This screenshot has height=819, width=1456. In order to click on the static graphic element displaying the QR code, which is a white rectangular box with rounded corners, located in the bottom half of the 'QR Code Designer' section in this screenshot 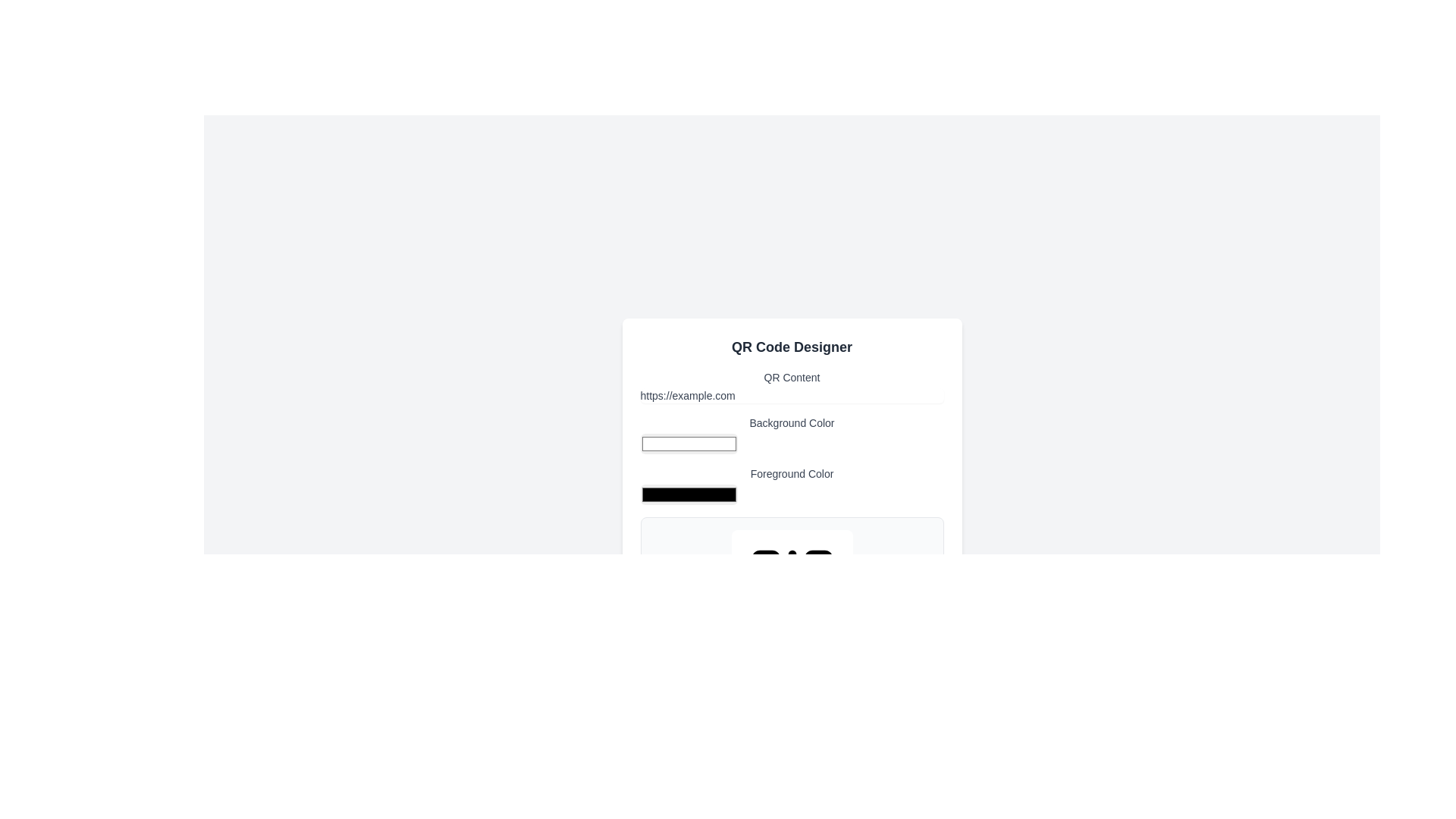, I will do `click(791, 590)`.